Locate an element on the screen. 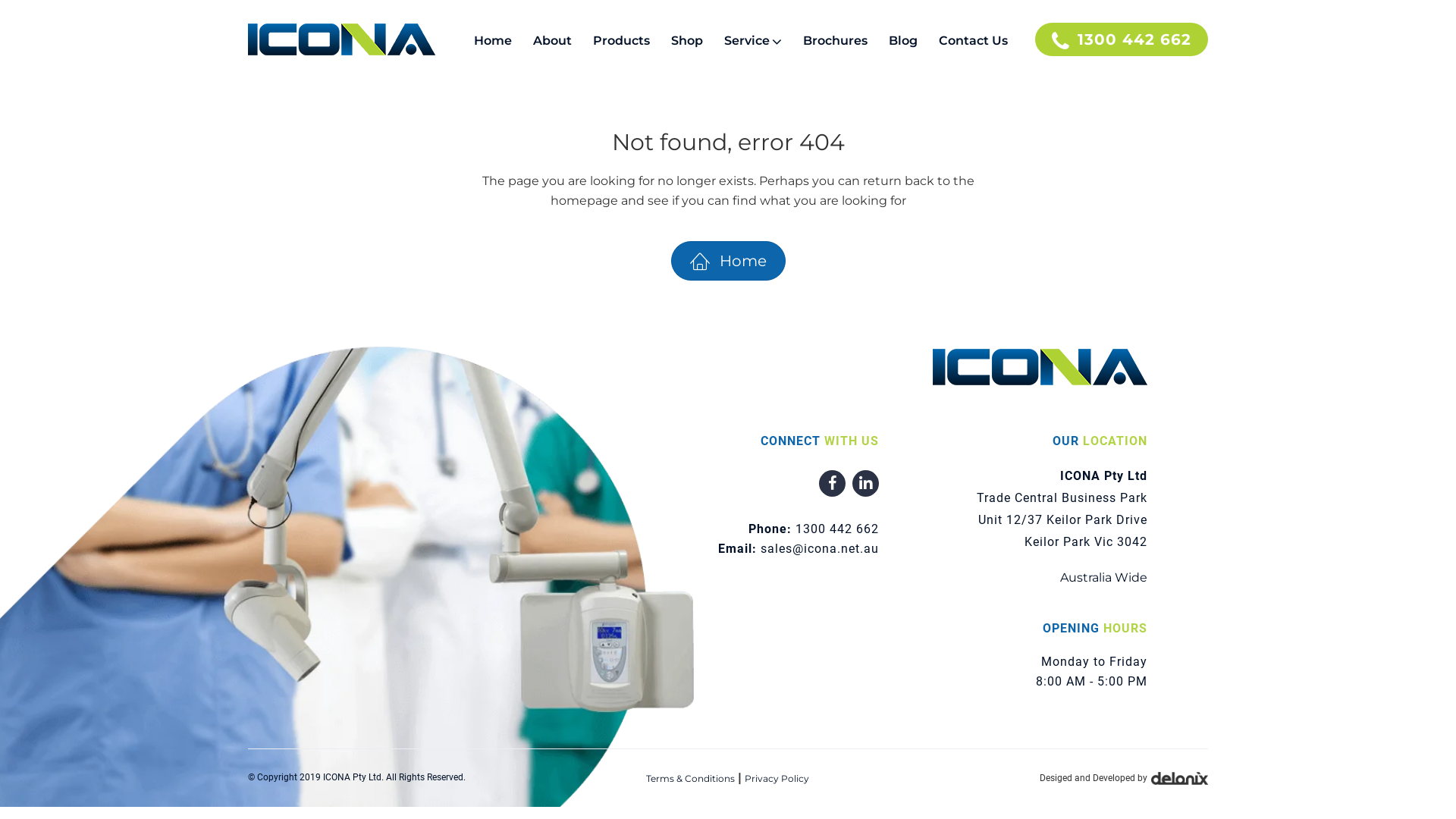 The image size is (1456, 819). 'Brochures' is located at coordinates (834, 40).